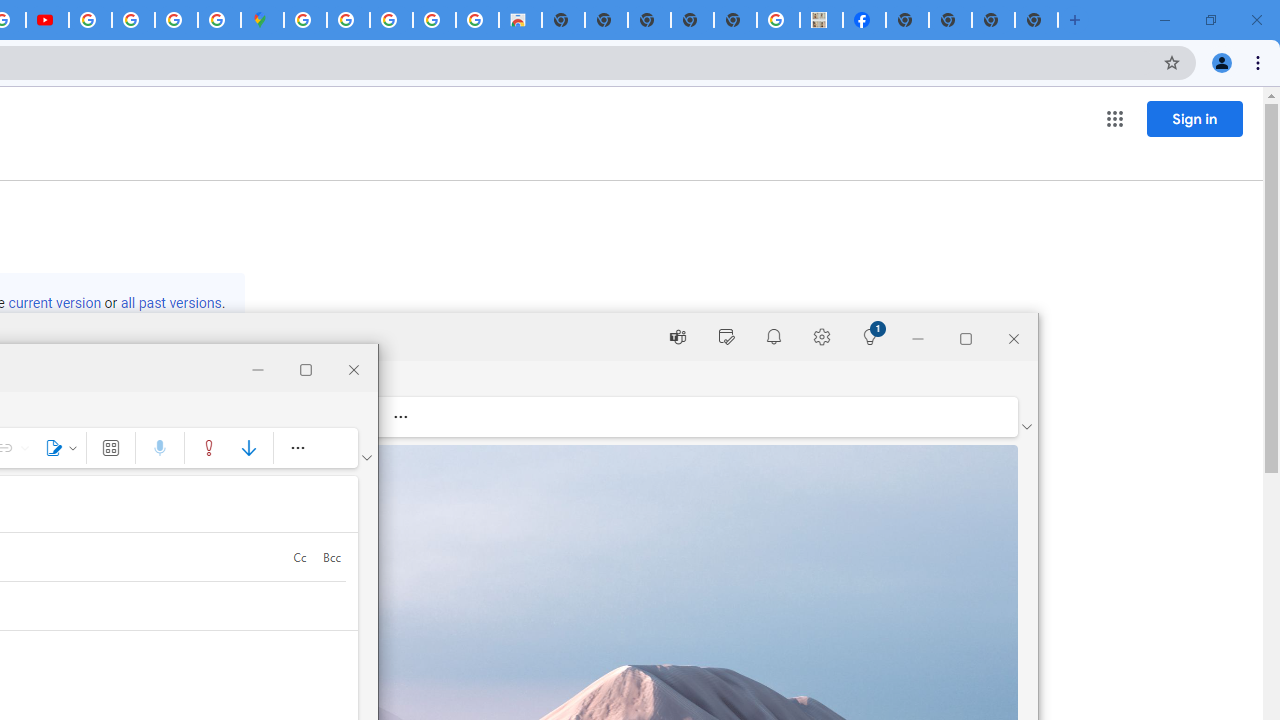  What do you see at coordinates (247, 446) in the screenshot?
I see `'Low importance'` at bounding box center [247, 446].